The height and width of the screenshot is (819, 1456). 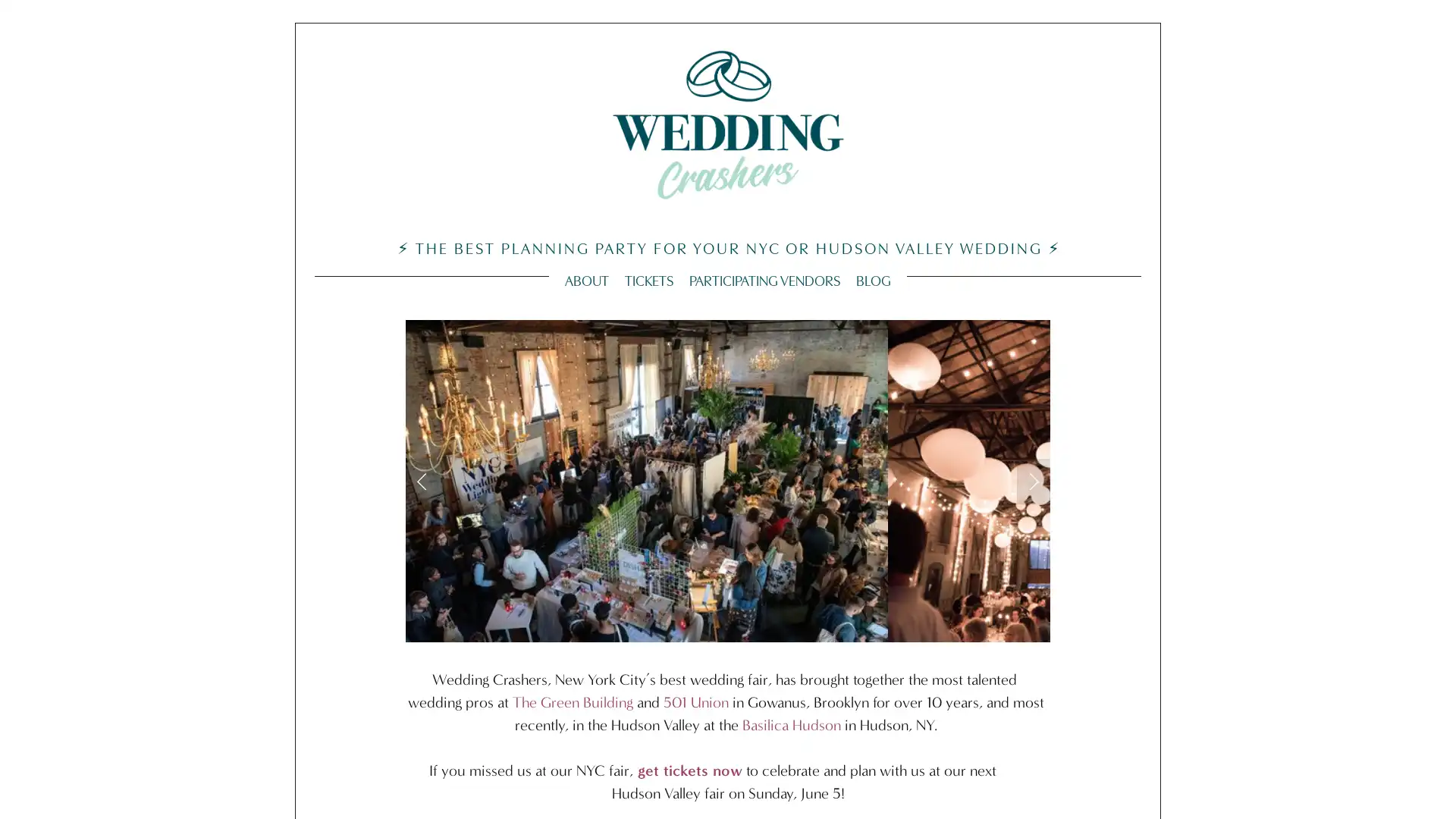 I want to click on Previous Slide, so click(x=422, y=480).